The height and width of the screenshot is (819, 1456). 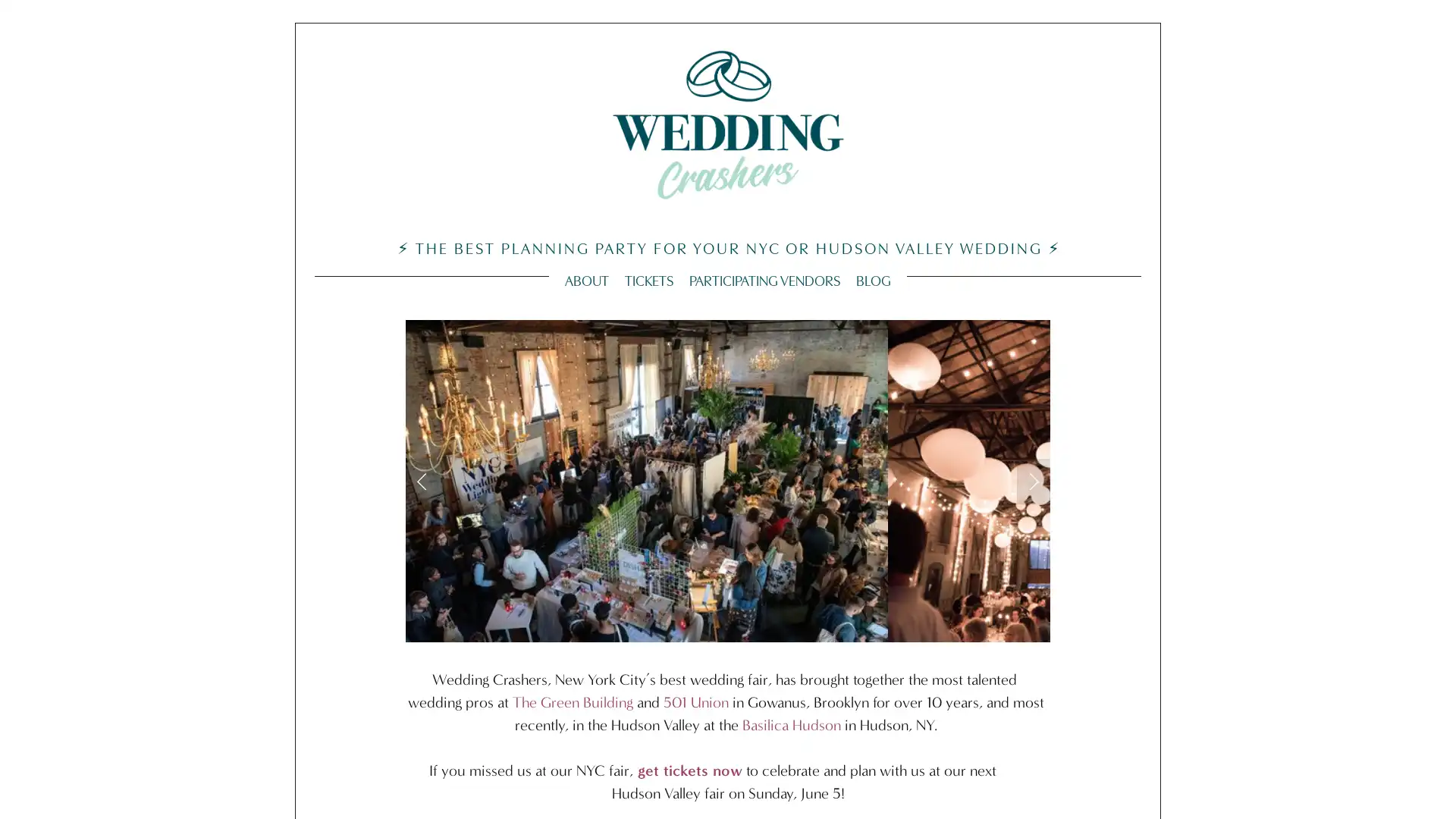 I want to click on Previous Slide, so click(x=422, y=480).